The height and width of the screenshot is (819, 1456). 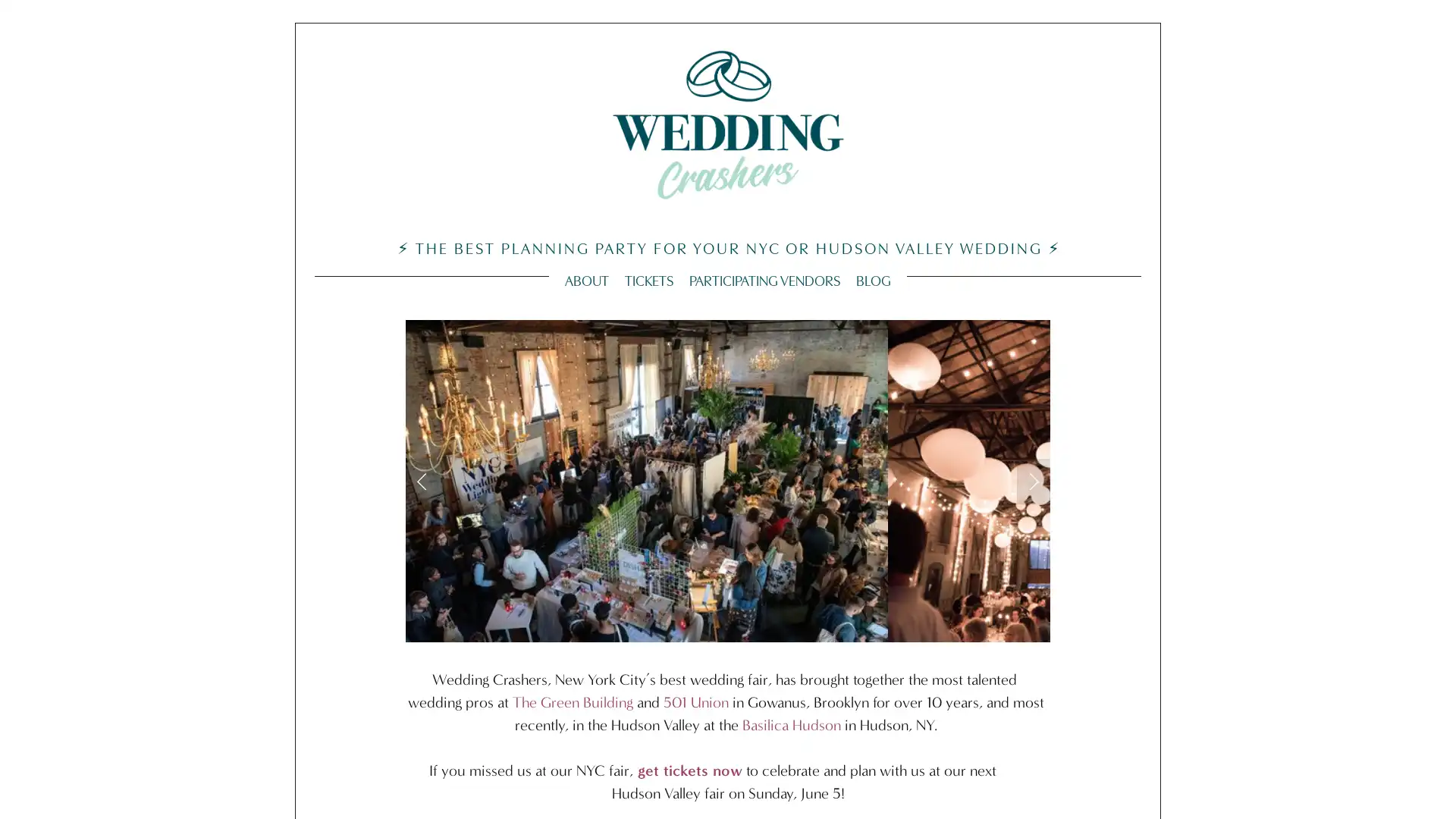 I want to click on Previous Slide, so click(x=422, y=480).